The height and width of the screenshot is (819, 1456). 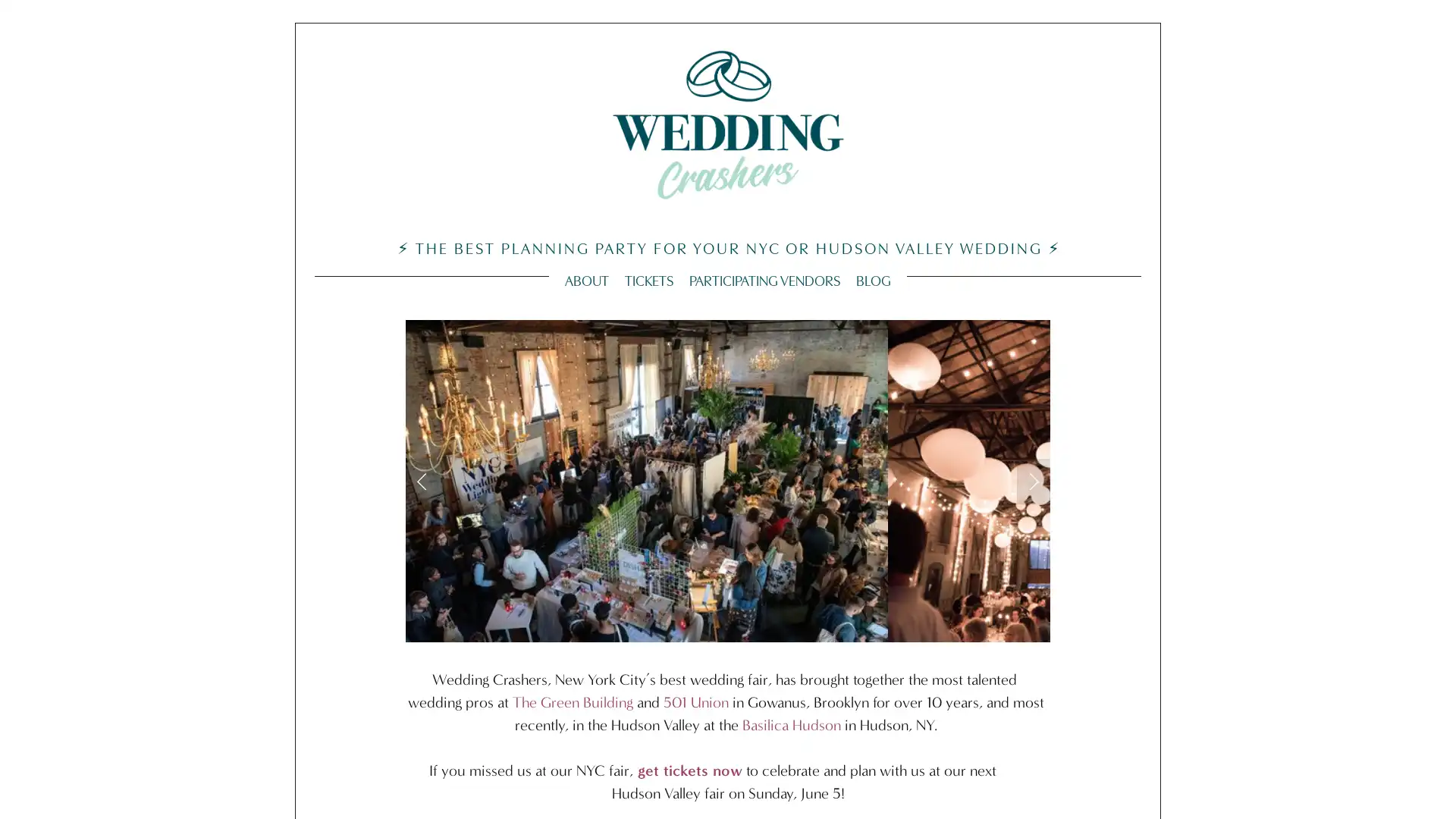 I want to click on Previous Slide, so click(x=422, y=480).